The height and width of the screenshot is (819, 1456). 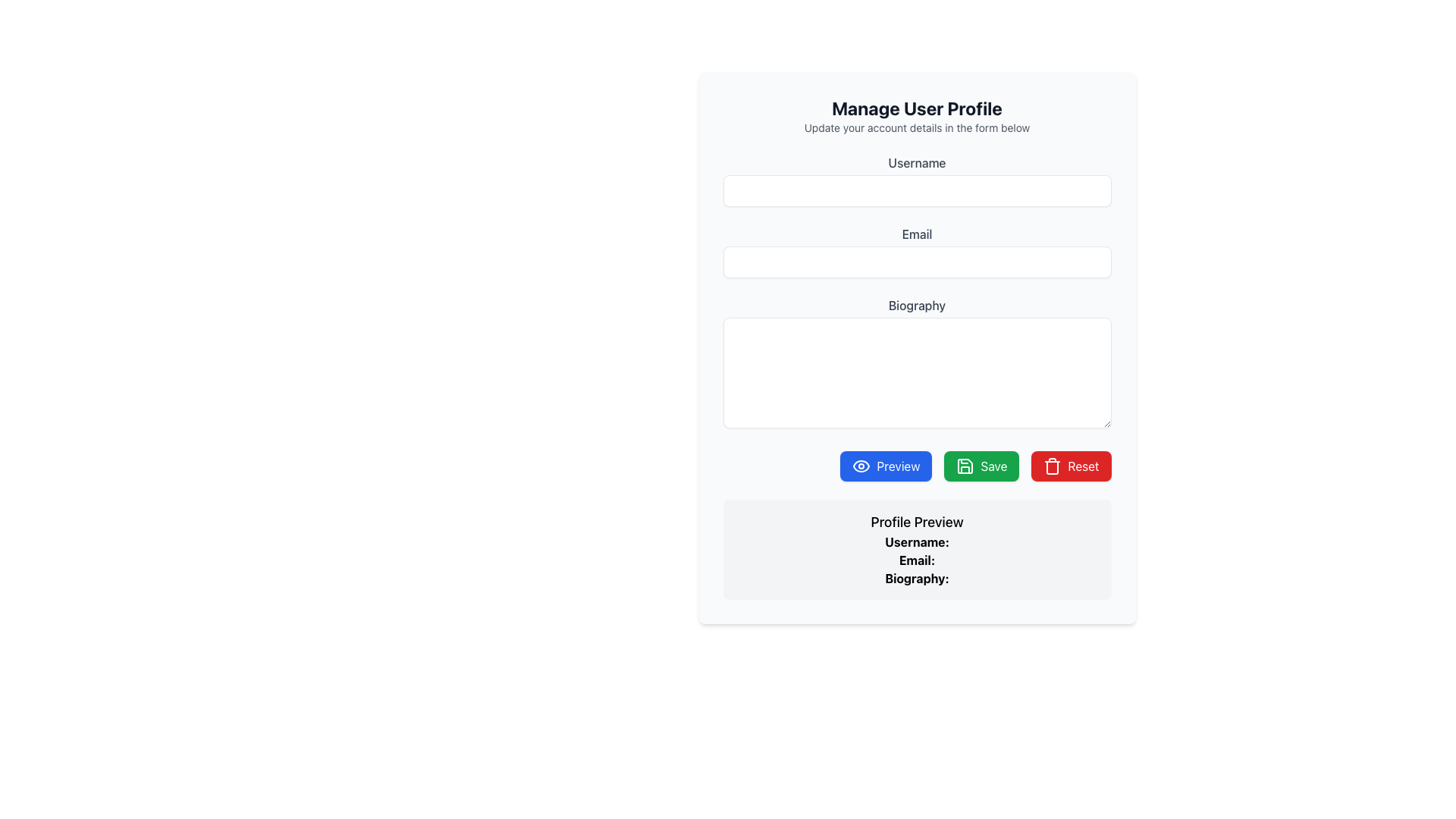 I want to click on the Static Text Label that provides a descriptor for the associated email address field in the Profile Preview section, so click(x=916, y=560).